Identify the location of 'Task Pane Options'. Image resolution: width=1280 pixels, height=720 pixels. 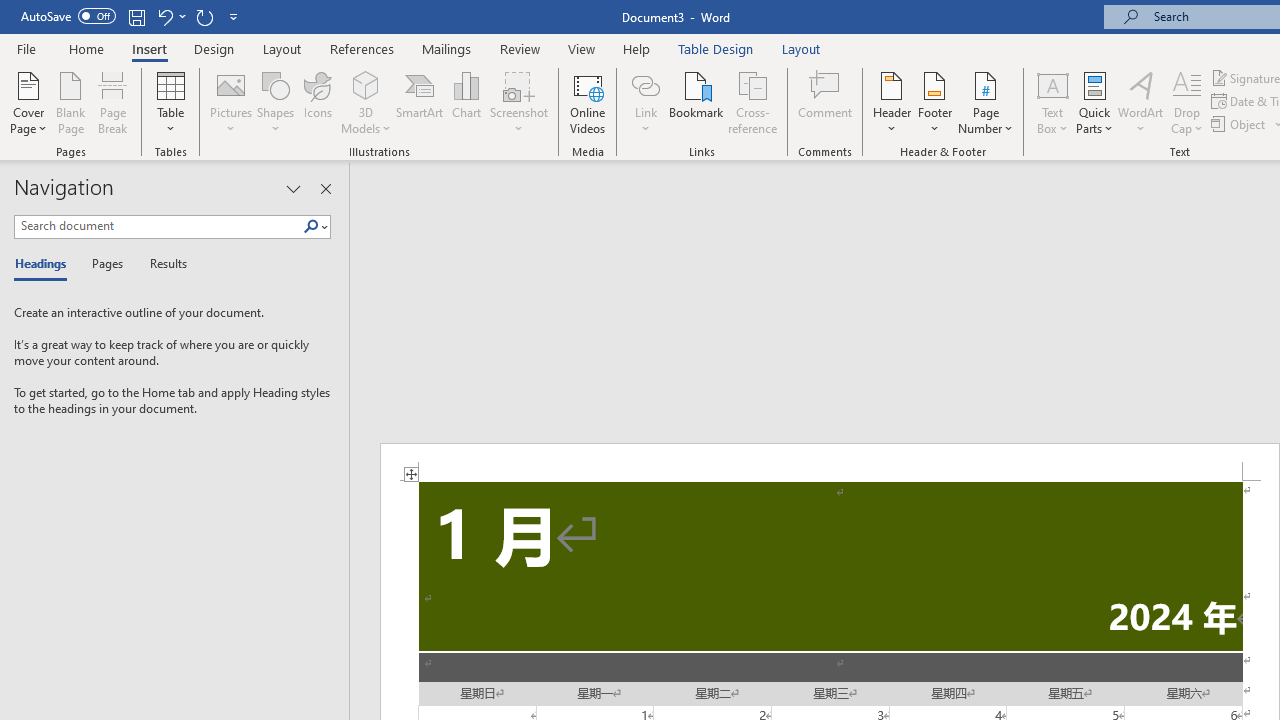
(292, 189).